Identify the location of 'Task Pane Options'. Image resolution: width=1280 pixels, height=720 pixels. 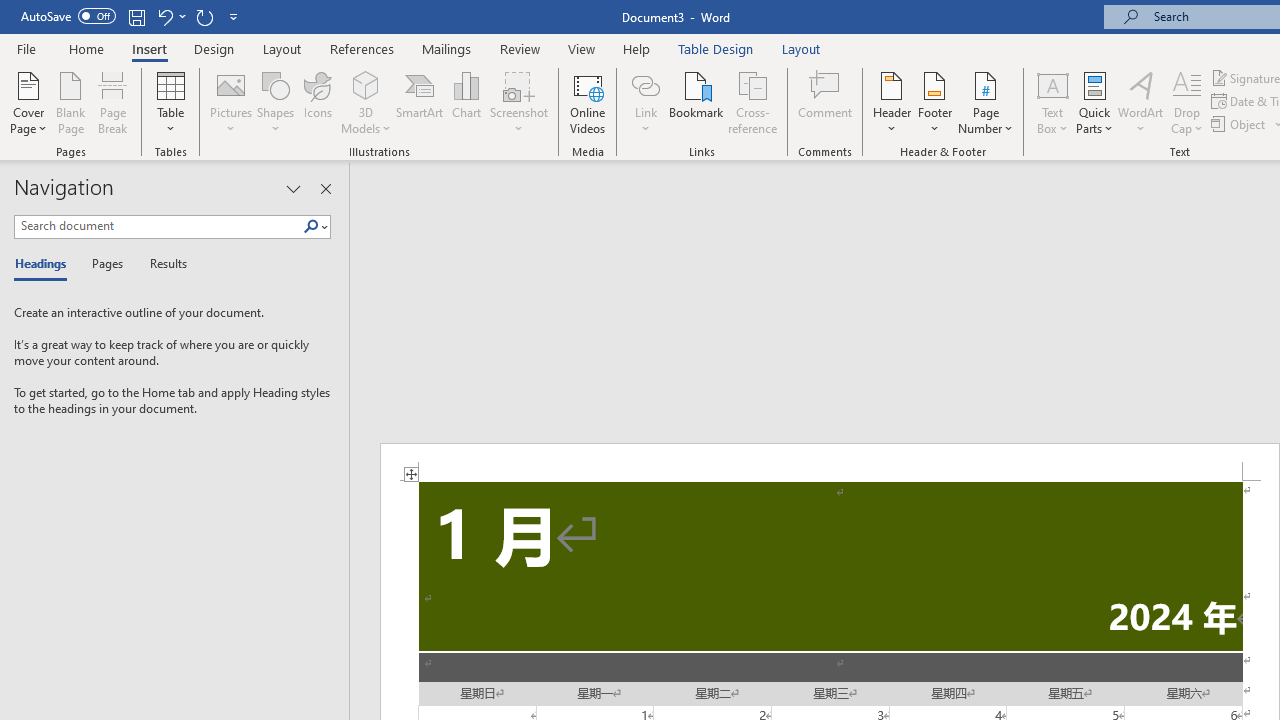
(292, 189).